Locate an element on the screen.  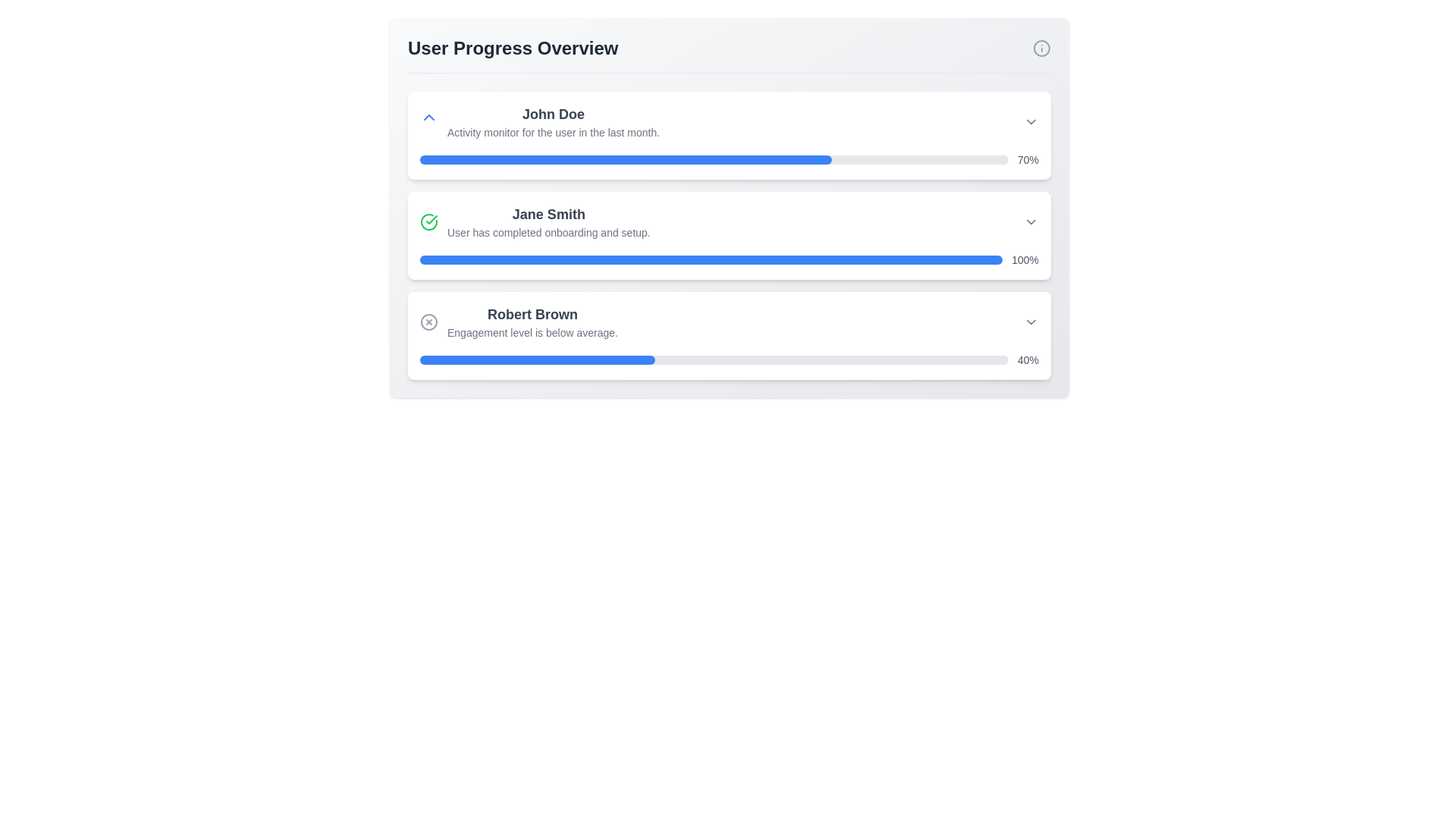
the decorative circle element that serves as the outer boundary of the 'X' icon indicating an error or warning in the 'Robert Brown' section of the User Progress Overview interface is located at coordinates (428, 321).